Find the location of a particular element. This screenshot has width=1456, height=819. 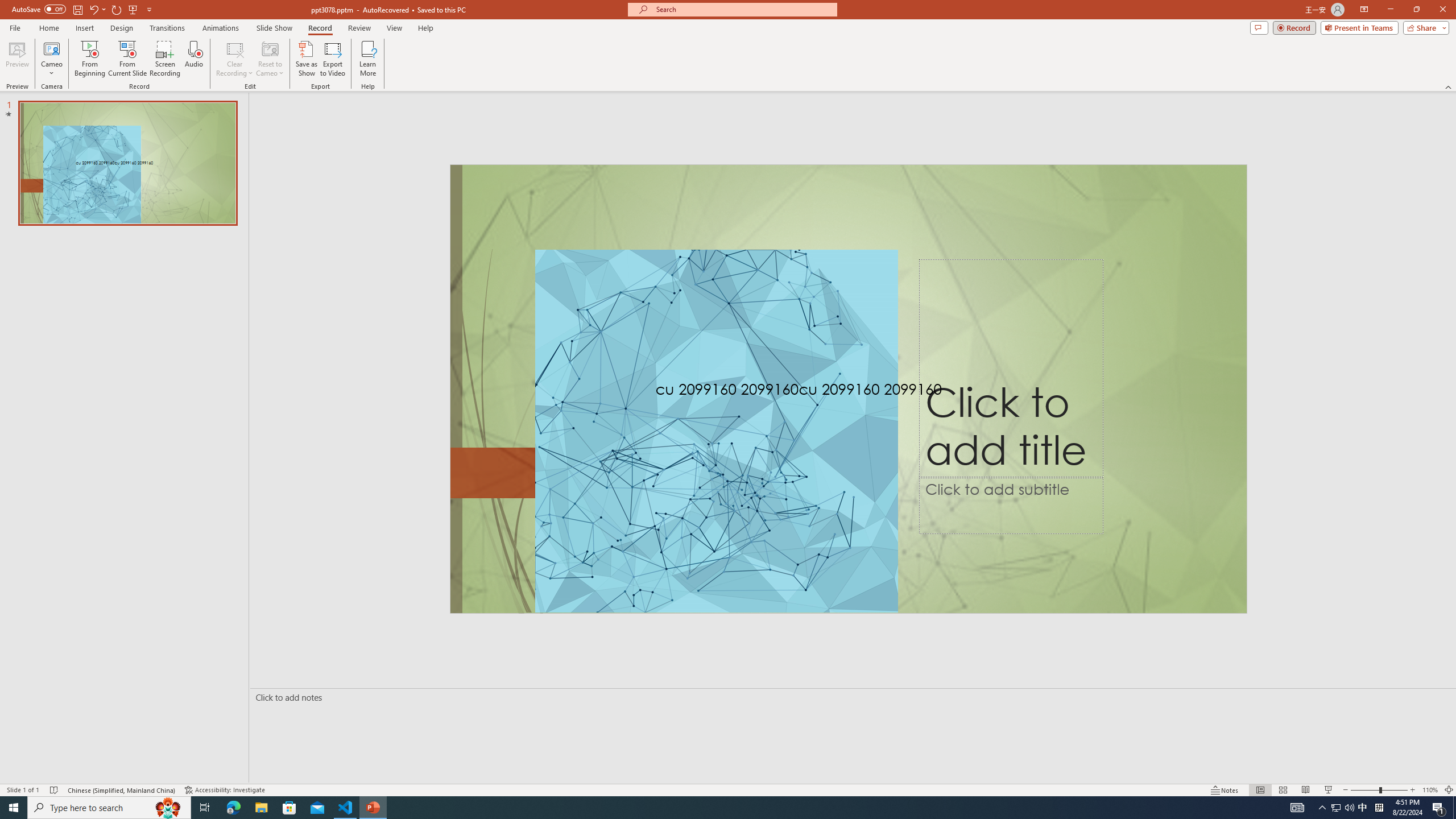

'Normal' is located at coordinates (1259, 790).